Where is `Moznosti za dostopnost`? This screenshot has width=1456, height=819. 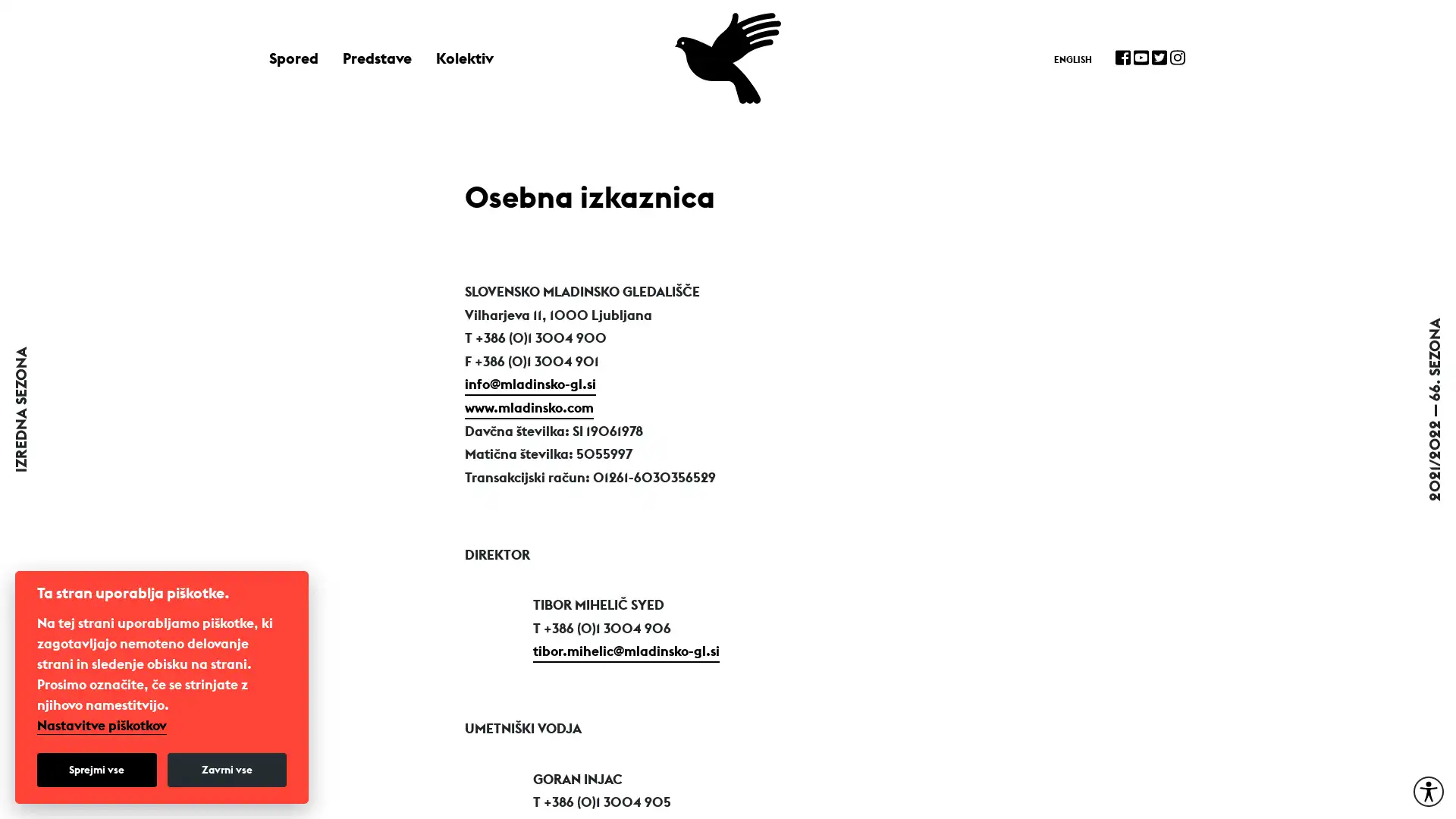
Moznosti za dostopnost is located at coordinates (1427, 791).